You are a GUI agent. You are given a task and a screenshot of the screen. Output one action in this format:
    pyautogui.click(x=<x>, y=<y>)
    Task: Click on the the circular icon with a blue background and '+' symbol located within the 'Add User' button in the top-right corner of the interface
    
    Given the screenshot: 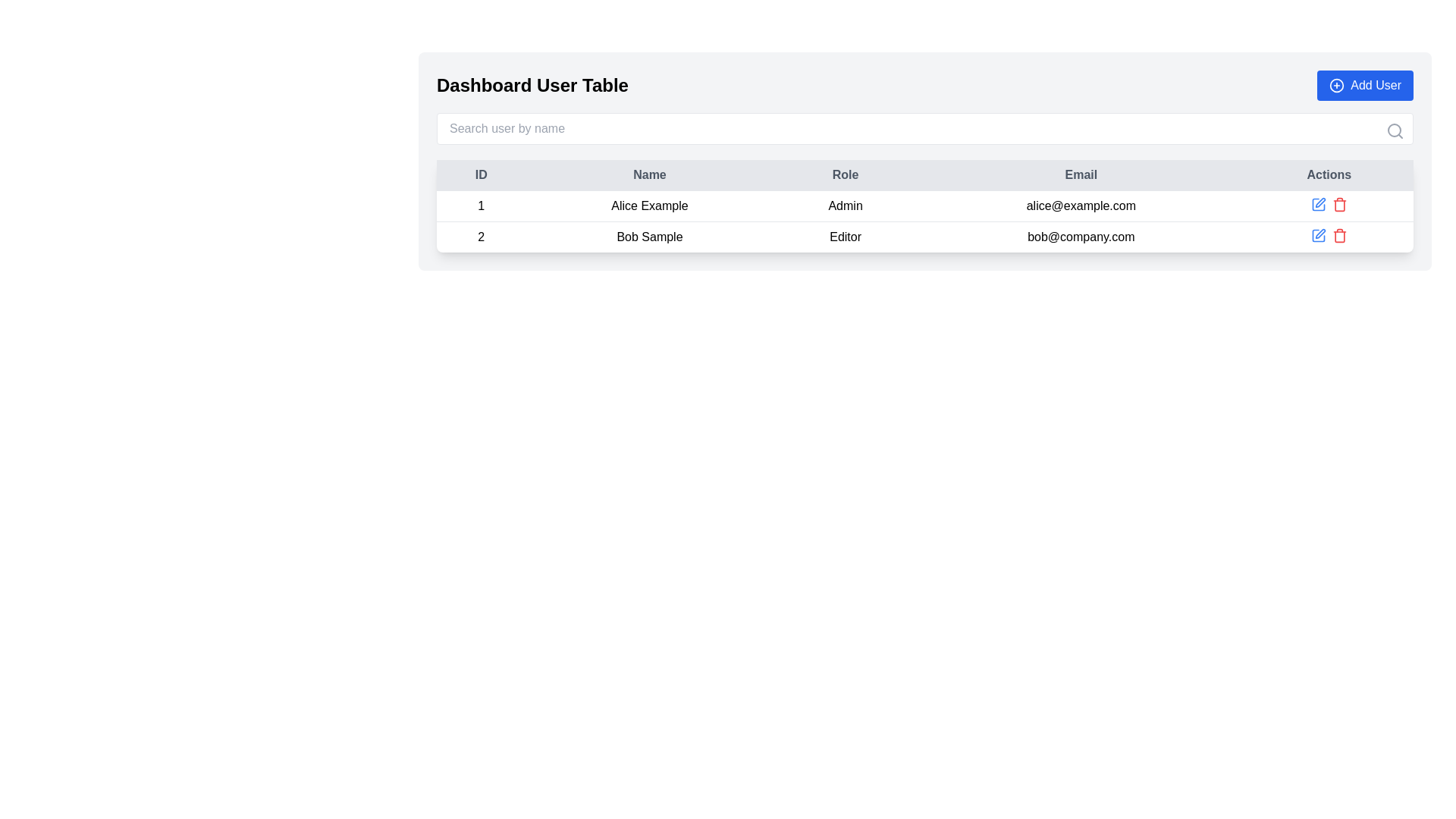 What is the action you would take?
    pyautogui.click(x=1337, y=85)
    